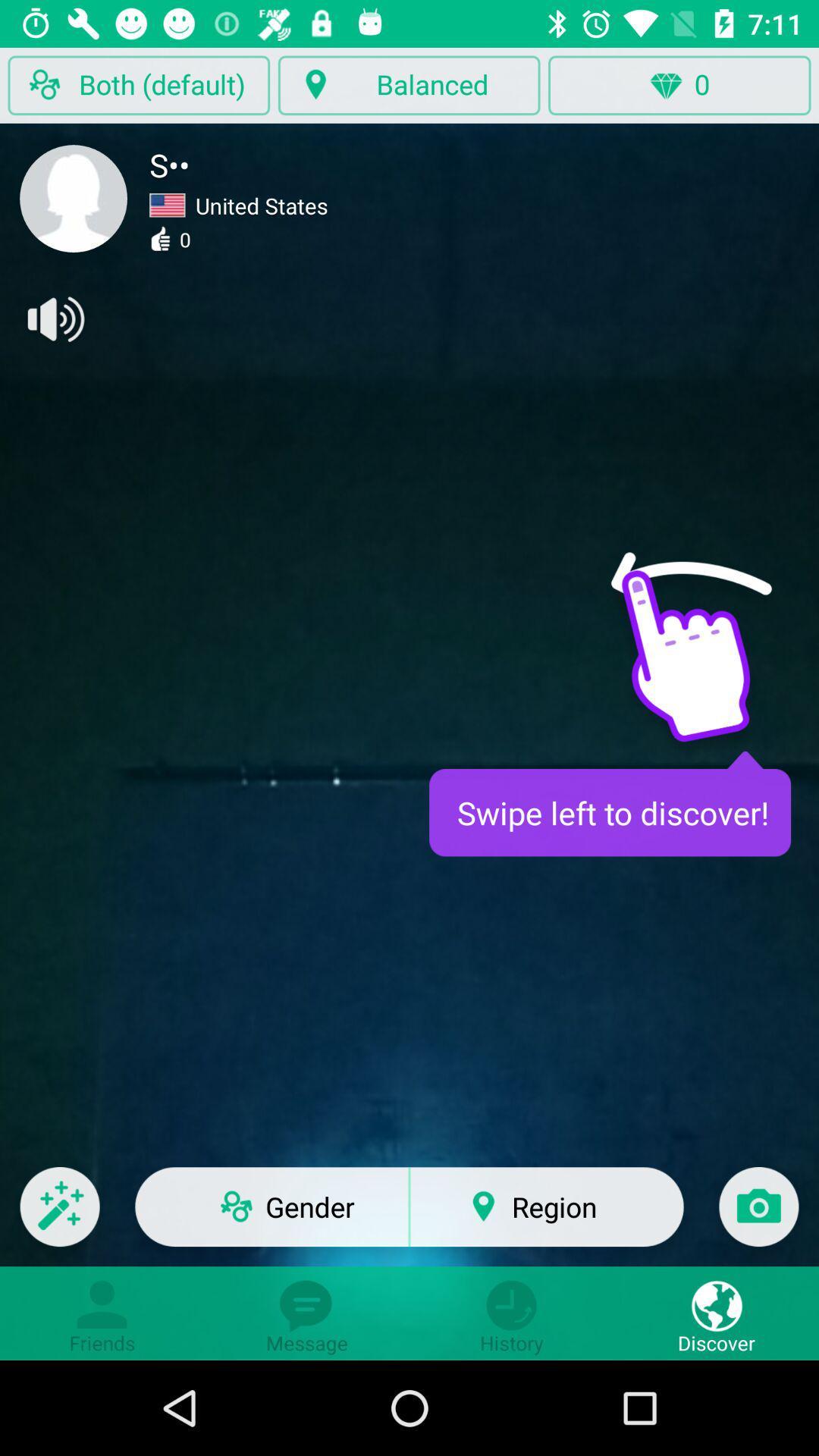  Describe the element at coordinates (74, 198) in the screenshot. I see `contact` at that location.